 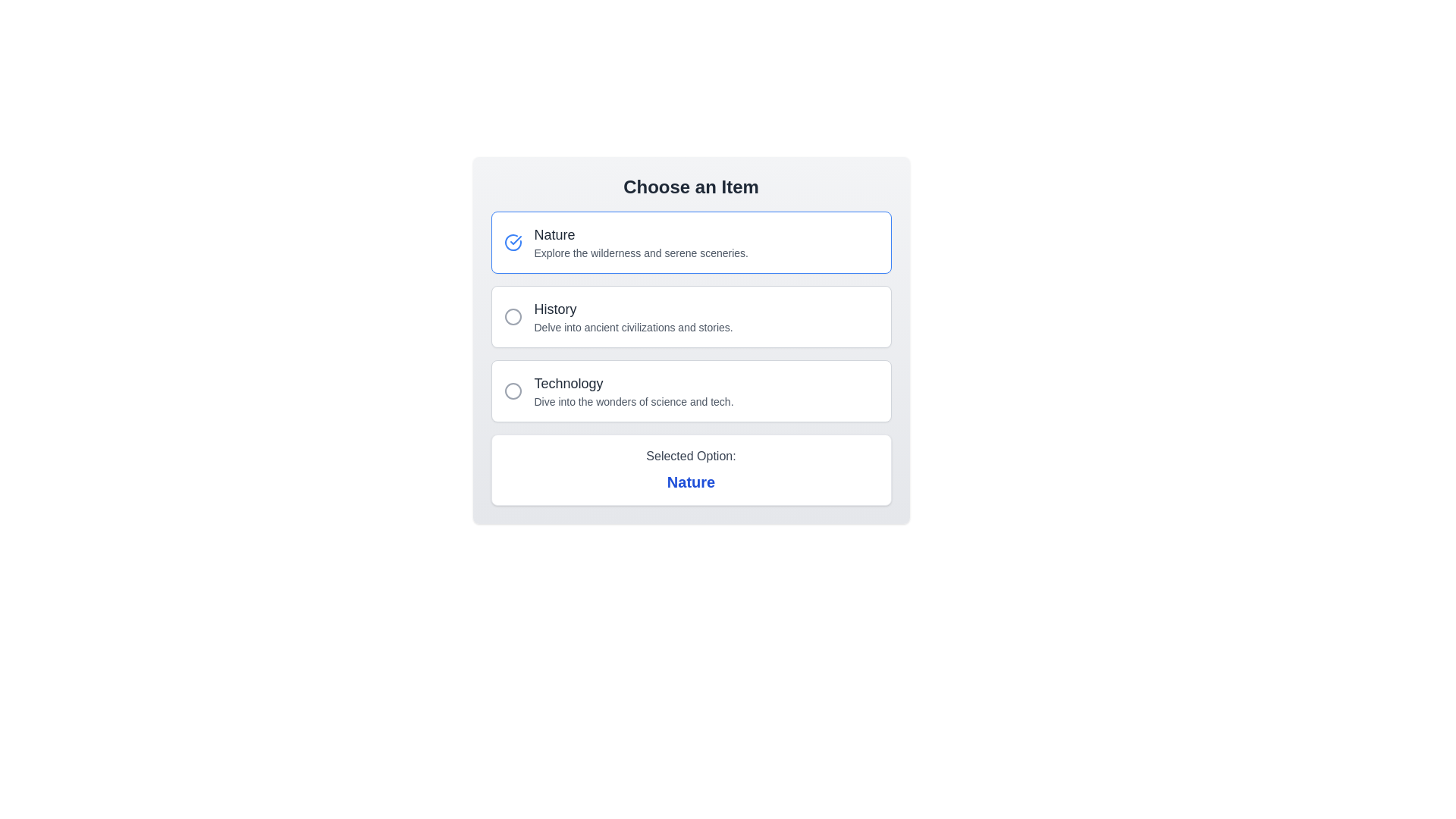 I want to click on the 'History' button, which is the second item in a vertically aligned list of options, to emphasize it, so click(x=633, y=315).